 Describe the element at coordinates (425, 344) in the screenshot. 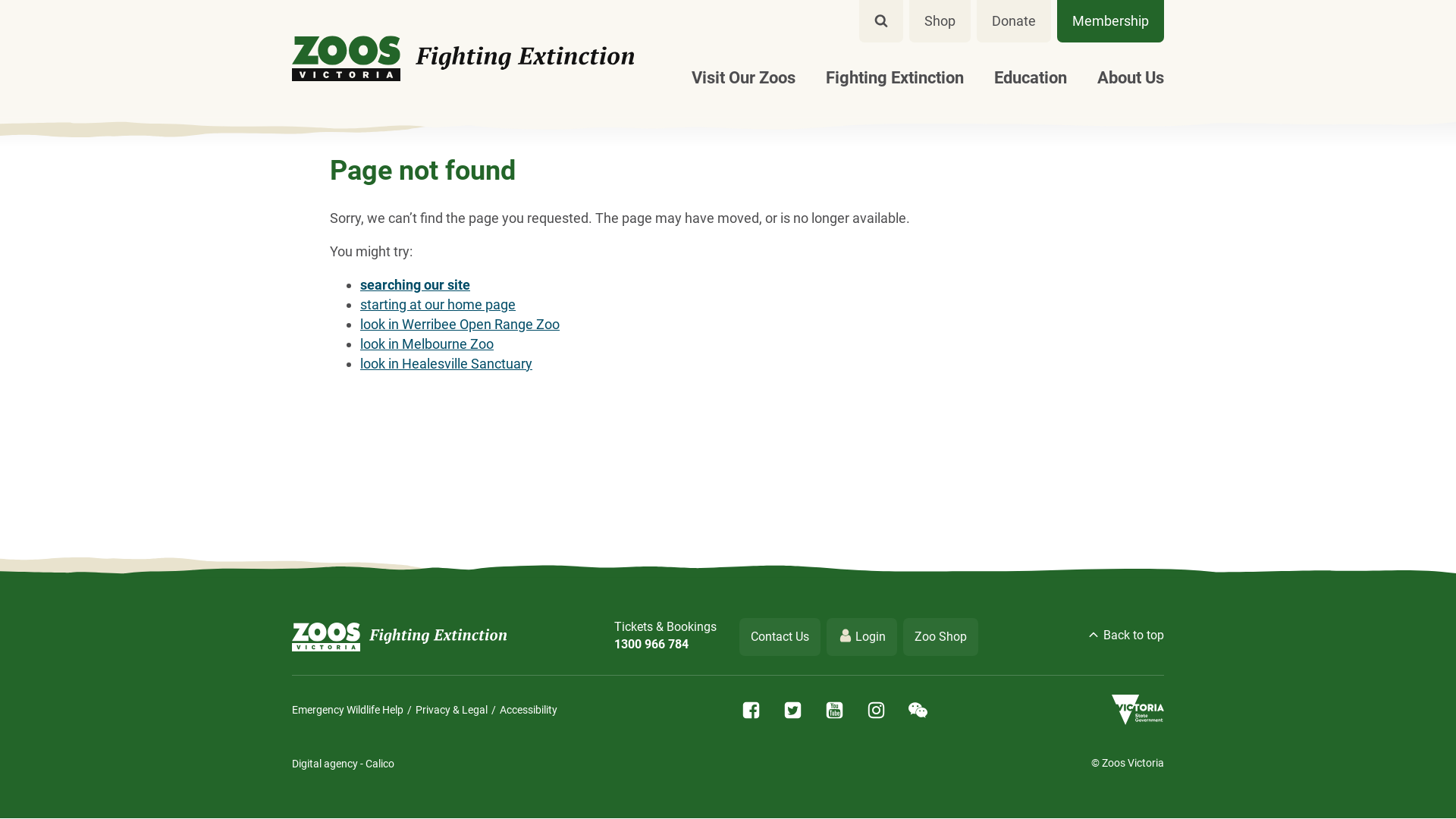

I see `'look in Melbourne Zoo'` at that location.